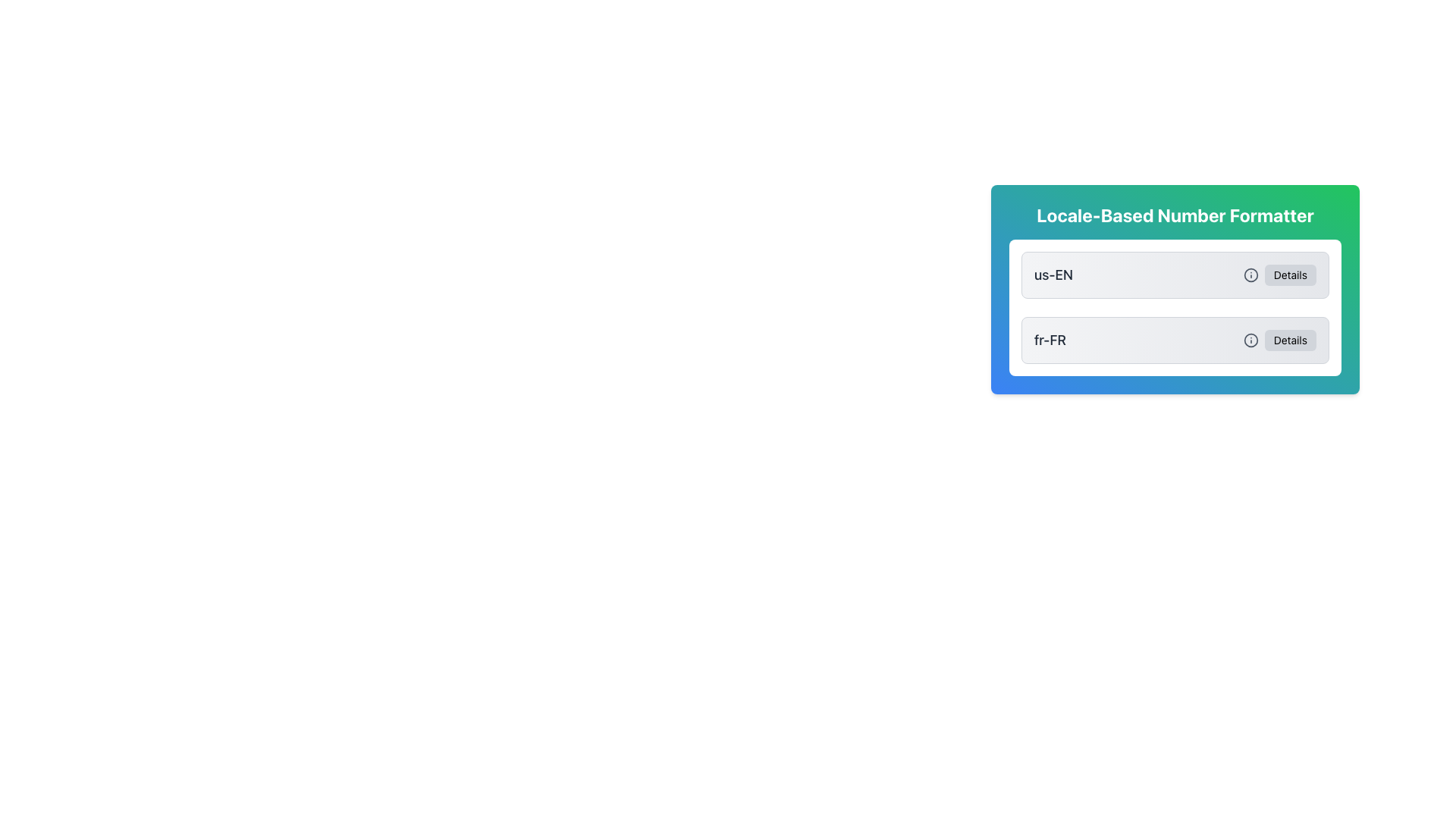 The height and width of the screenshot is (819, 1456). Describe the element at coordinates (1289, 339) in the screenshot. I see `the 'Details' interactive button, which is a rectangular button with rounded corners and a subtle gray background, located to the far right of the 'fr-FR' row` at that location.